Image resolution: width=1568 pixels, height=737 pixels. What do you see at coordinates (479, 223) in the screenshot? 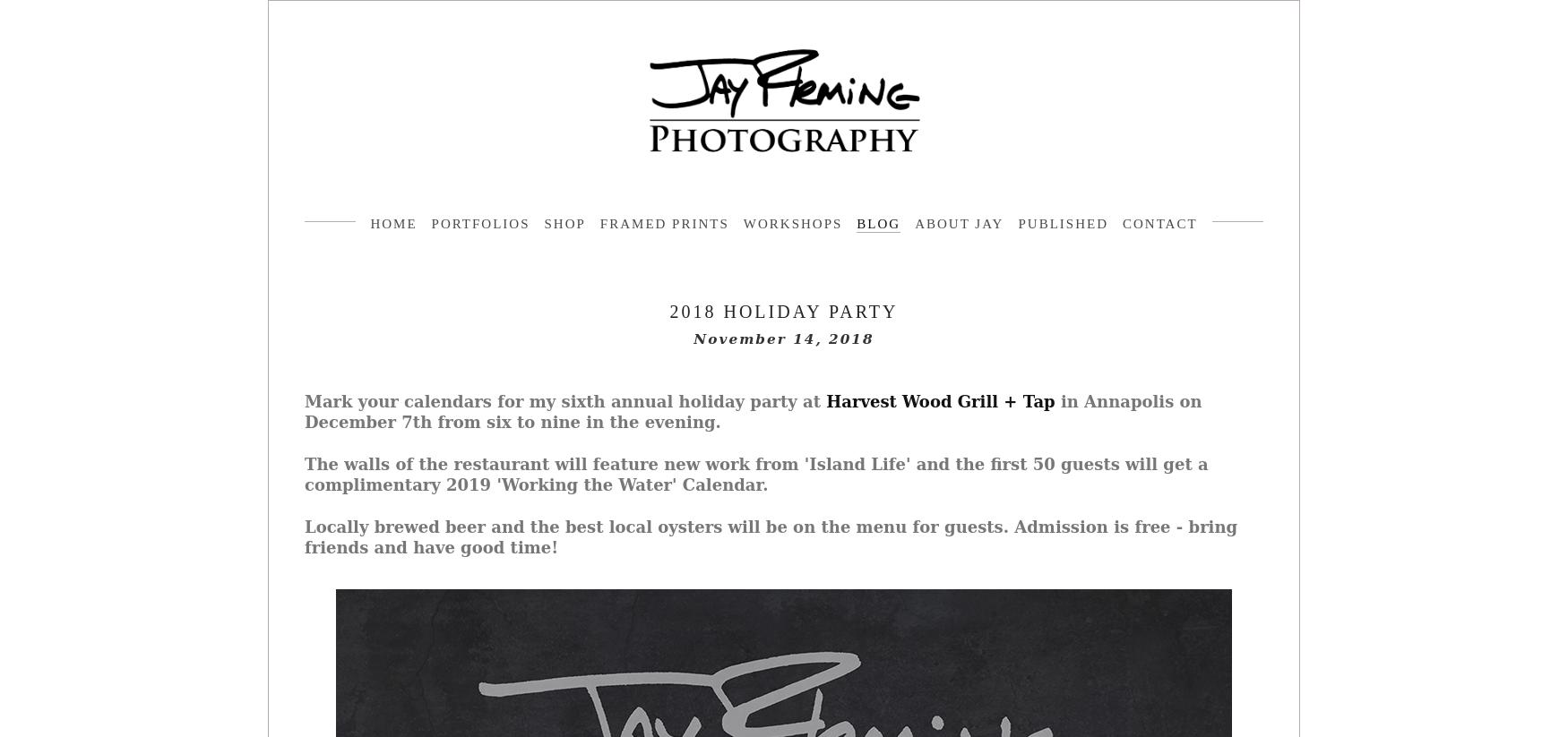
I see `'Portfolios'` at bounding box center [479, 223].